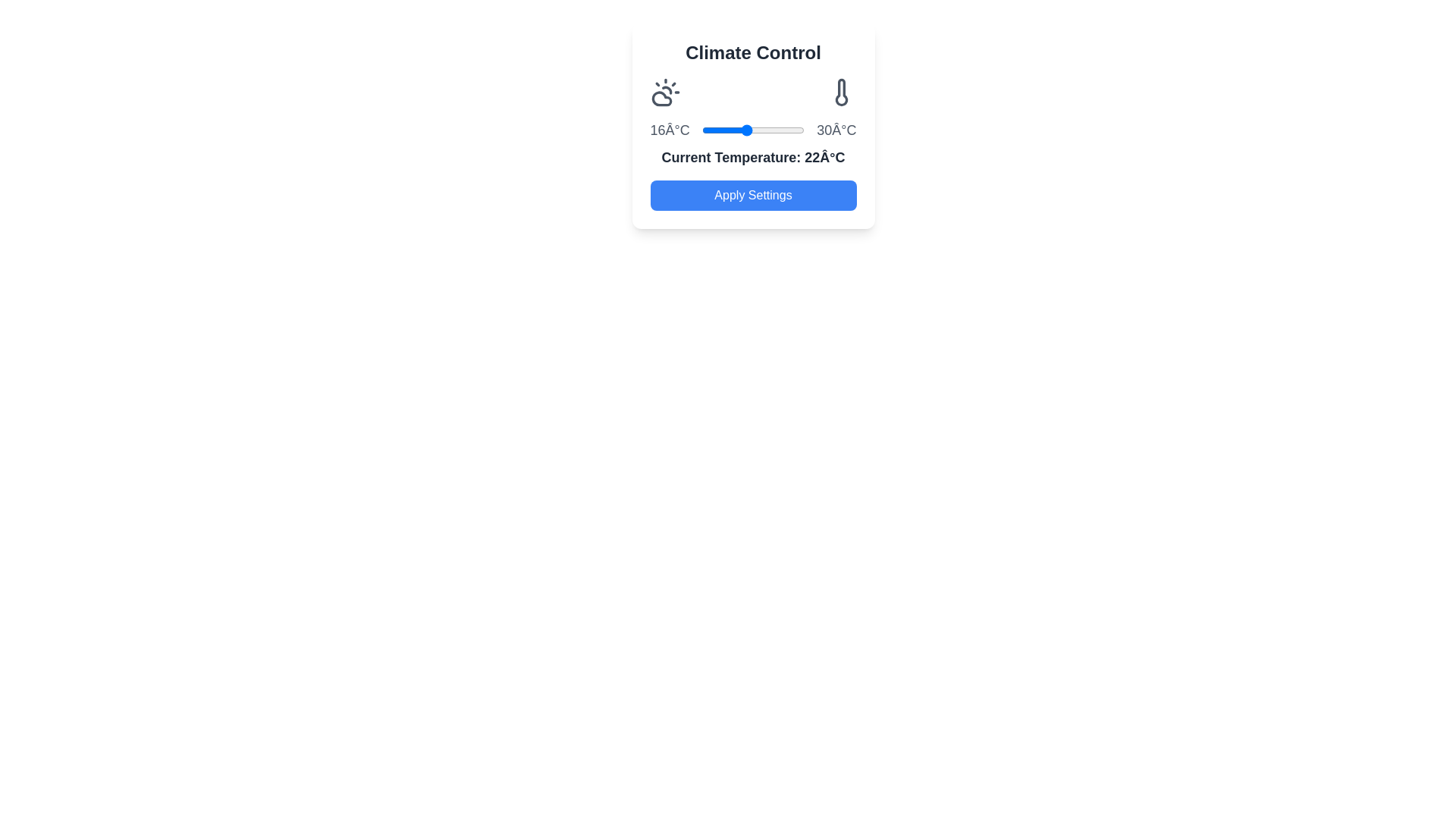  What do you see at coordinates (723, 130) in the screenshot?
I see `the temperature` at bounding box center [723, 130].